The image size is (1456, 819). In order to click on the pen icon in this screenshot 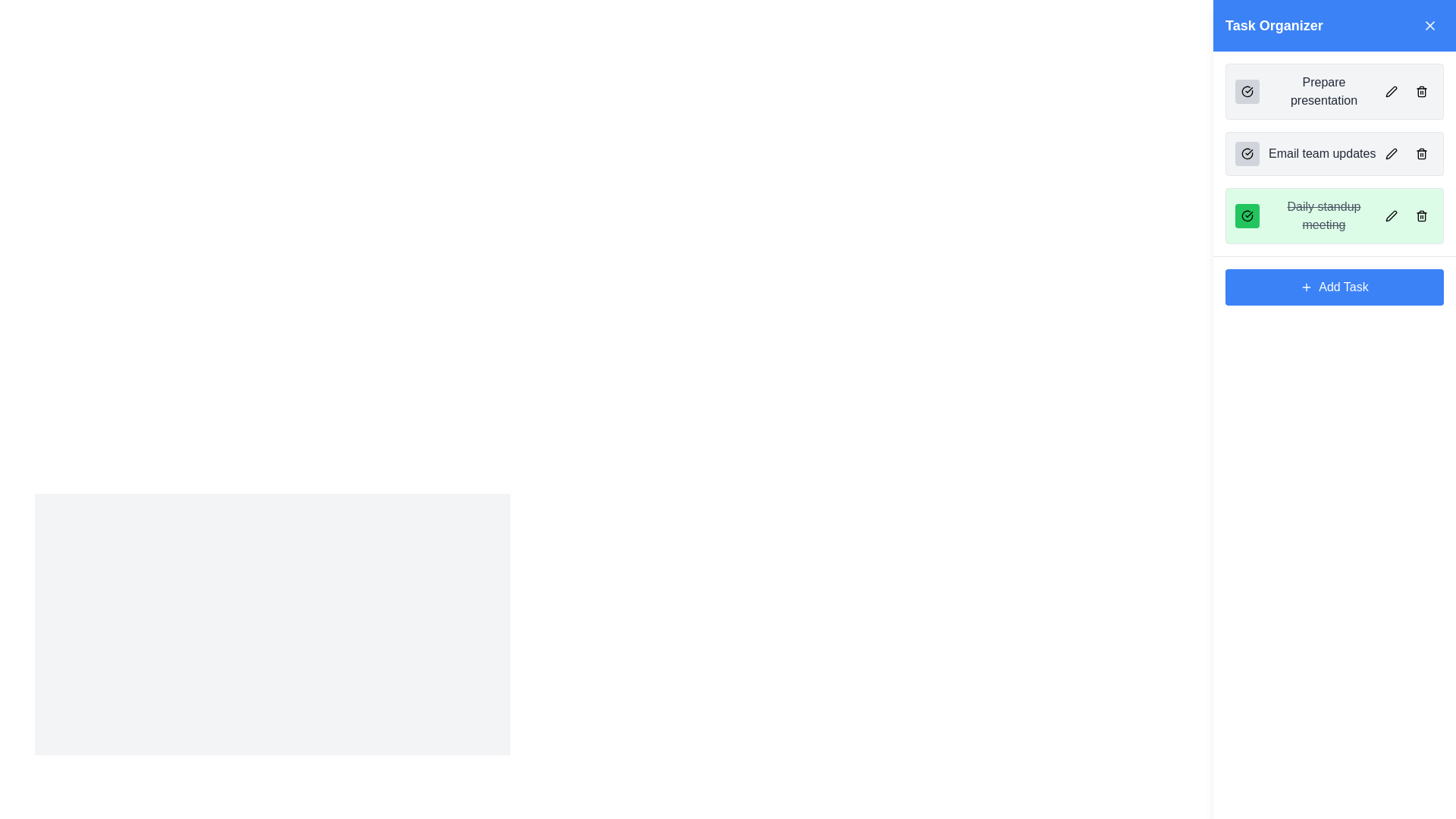, I will do `click(1391, 216)`.